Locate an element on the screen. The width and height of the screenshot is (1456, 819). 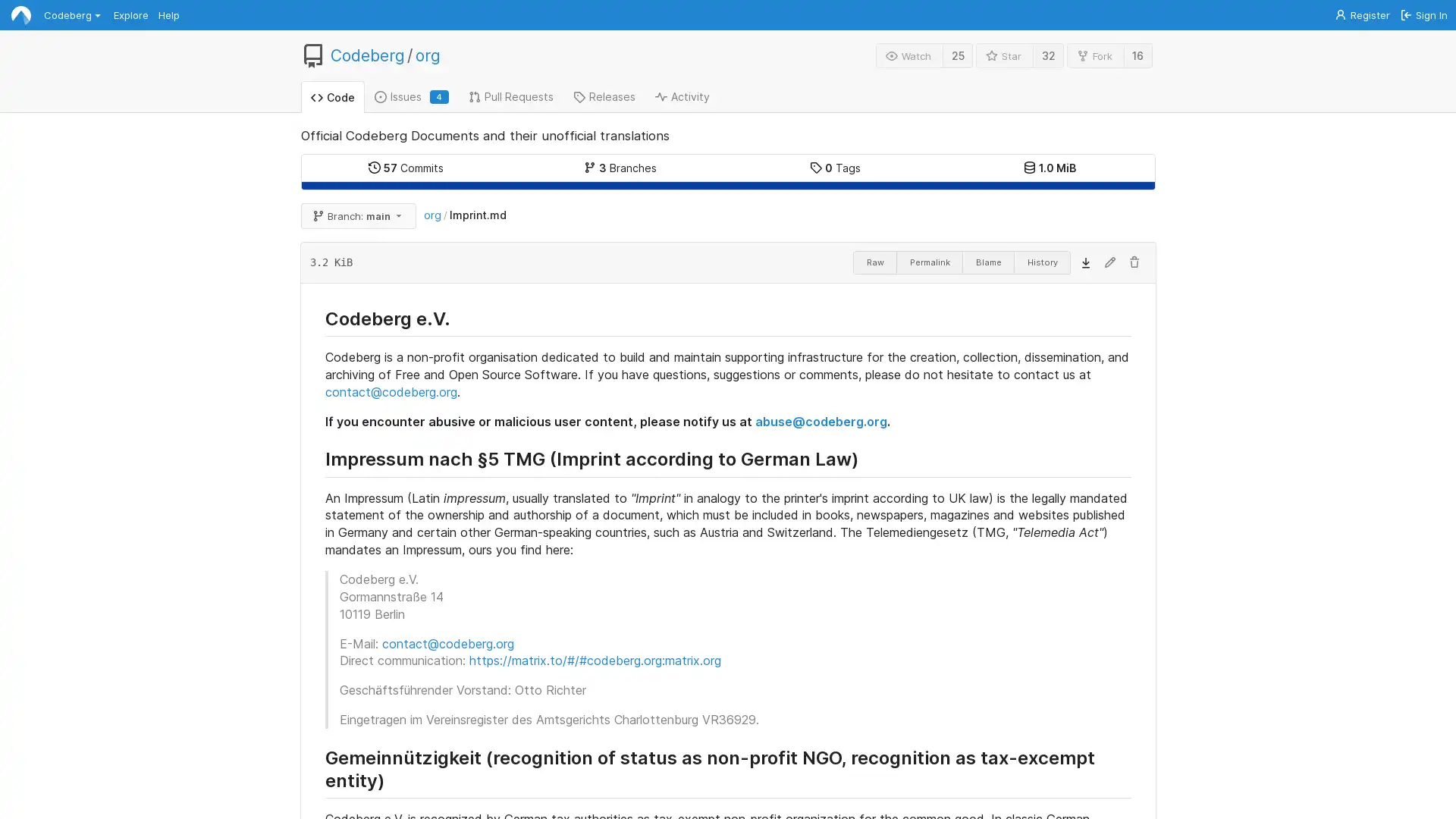
Star is located at coordinates (1004, 55).